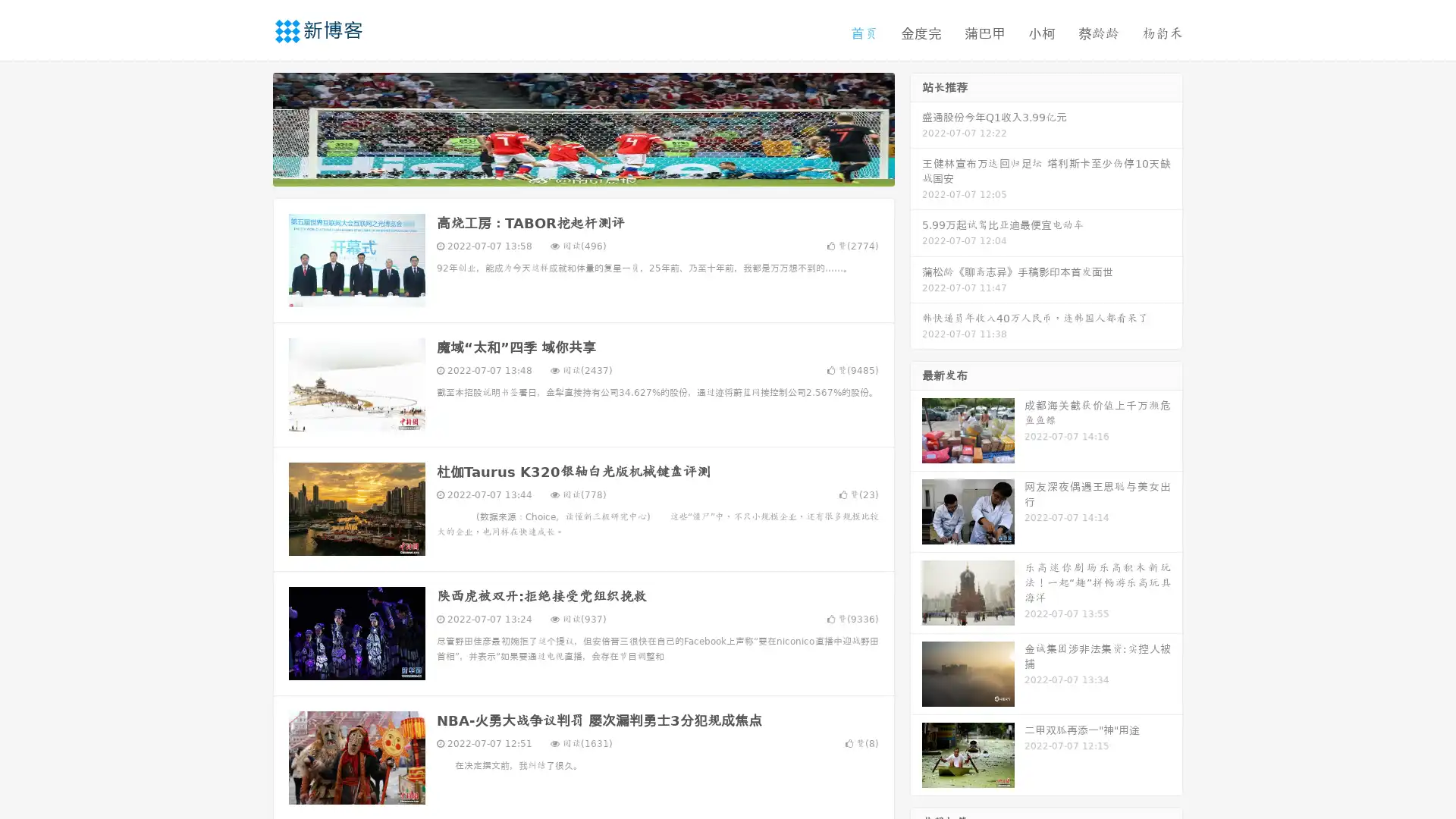 This screenshot has height=819, width=1456. Describe the element at coordinates (582, 171) in the screenshot. I see `Go to slide 2` at that location.